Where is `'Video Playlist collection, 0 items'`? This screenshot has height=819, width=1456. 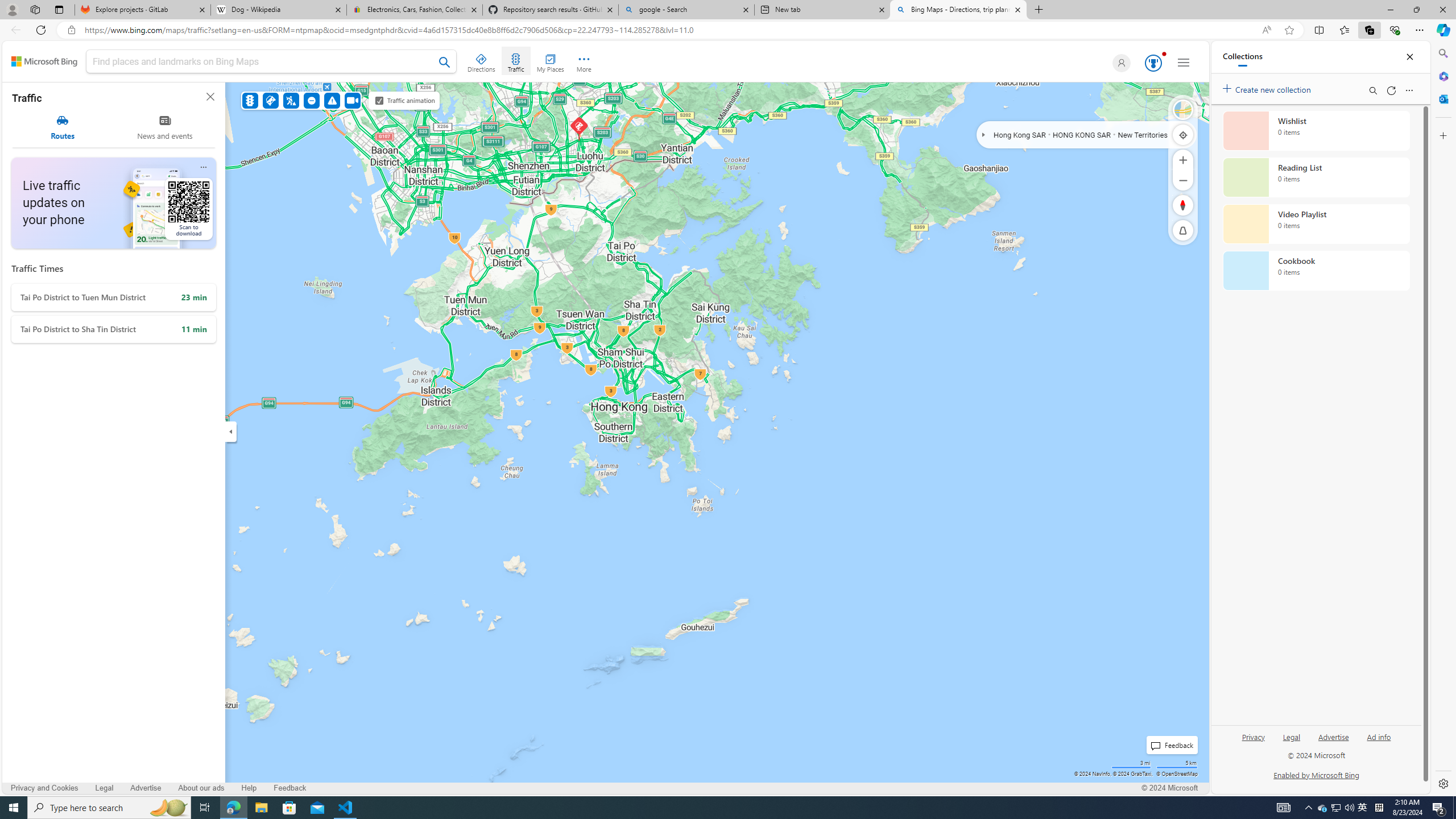
'Video Playlist collection, 0 items' is located at coordinates (1316, 223).